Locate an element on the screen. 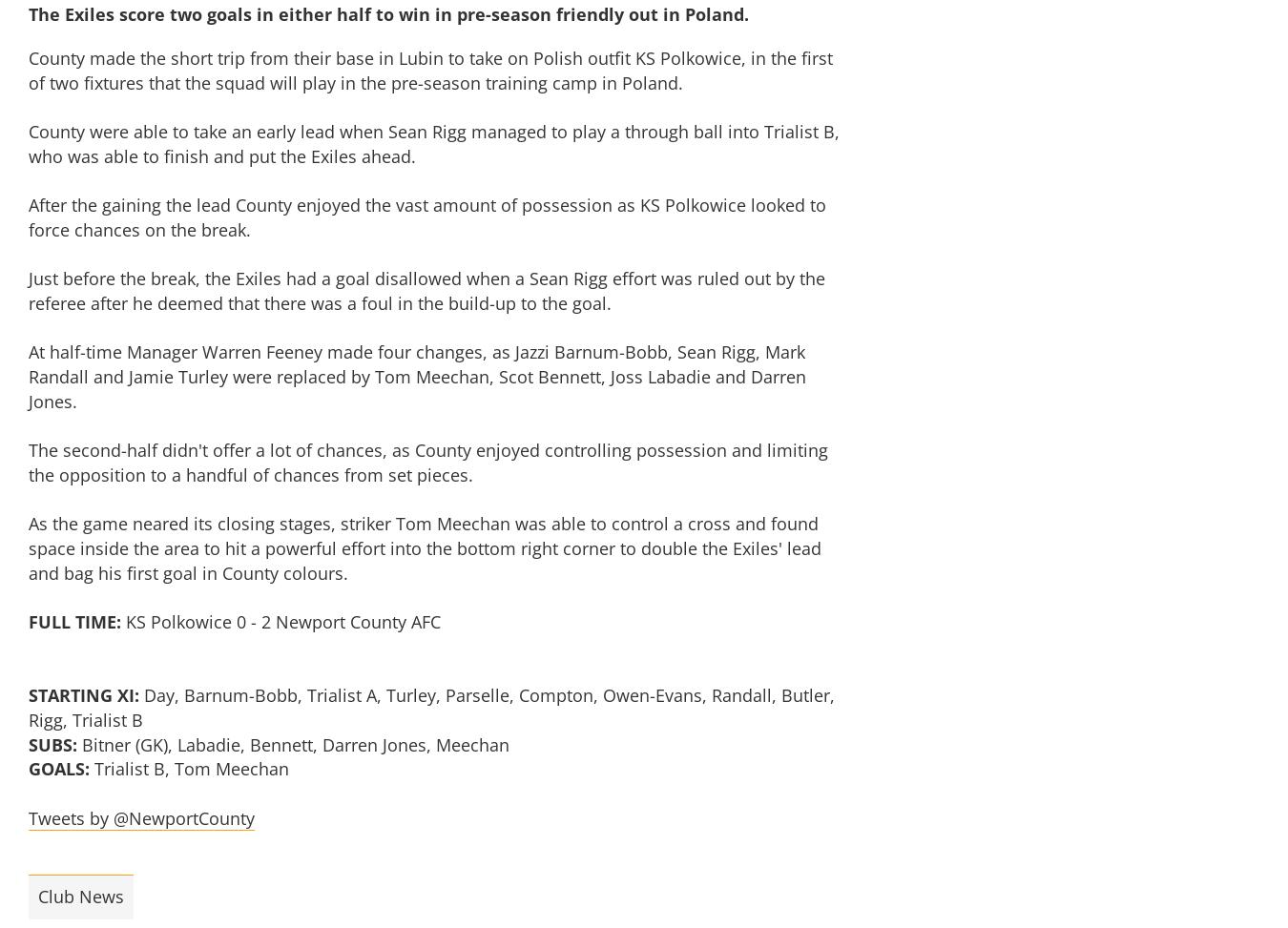 The width and height of the screenshot is (1288, 928). 'Just before the break, the Exiles had a goal disallowed when a Sean Rigg effort was ruled out by the referee after he deemed that there was a foul in the build-up to the goal.' is located at coordinates (426, 291).